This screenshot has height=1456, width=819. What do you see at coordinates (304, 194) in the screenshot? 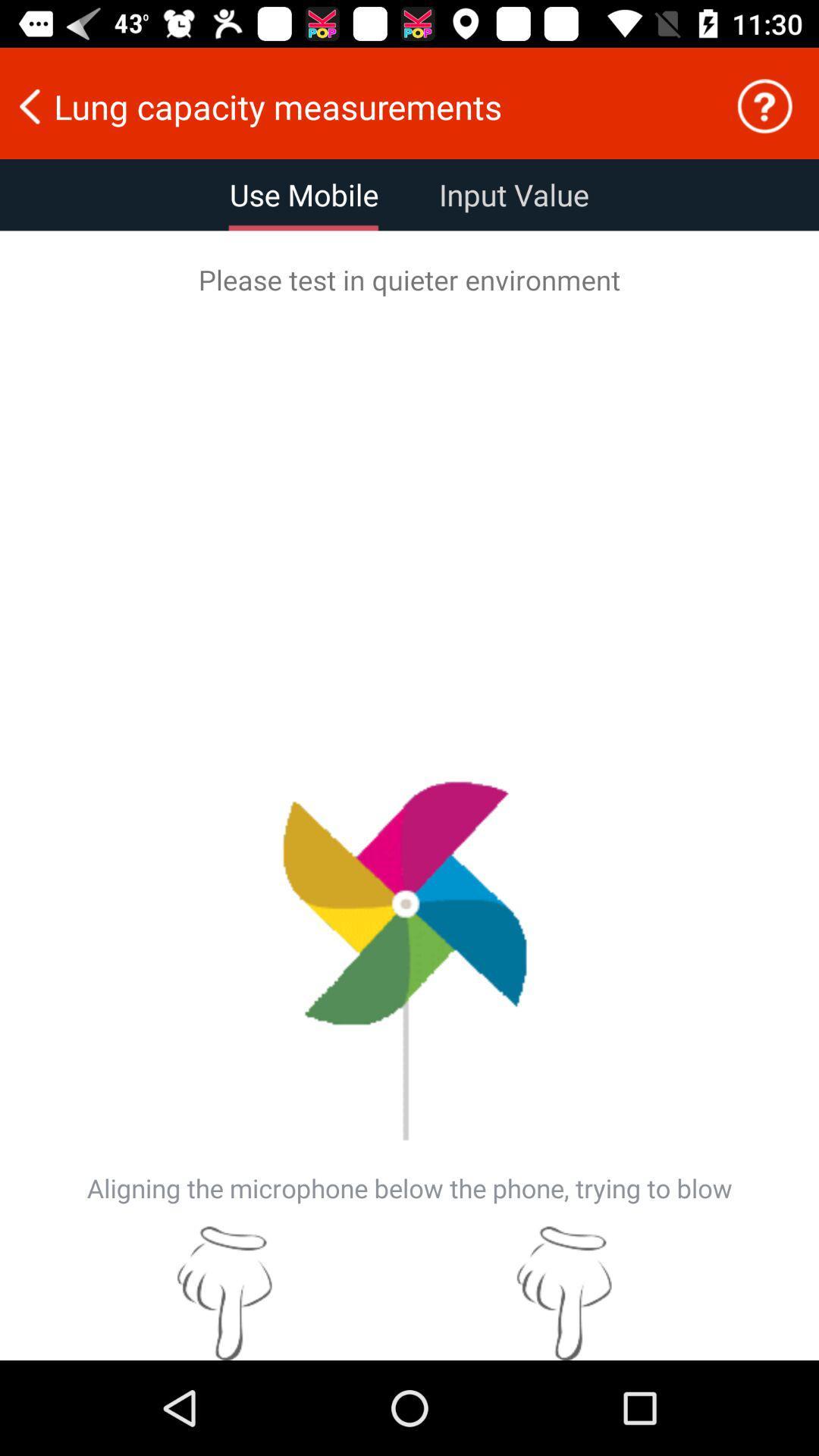
I see `the item next to input value item` at bounding box center [304, 194].